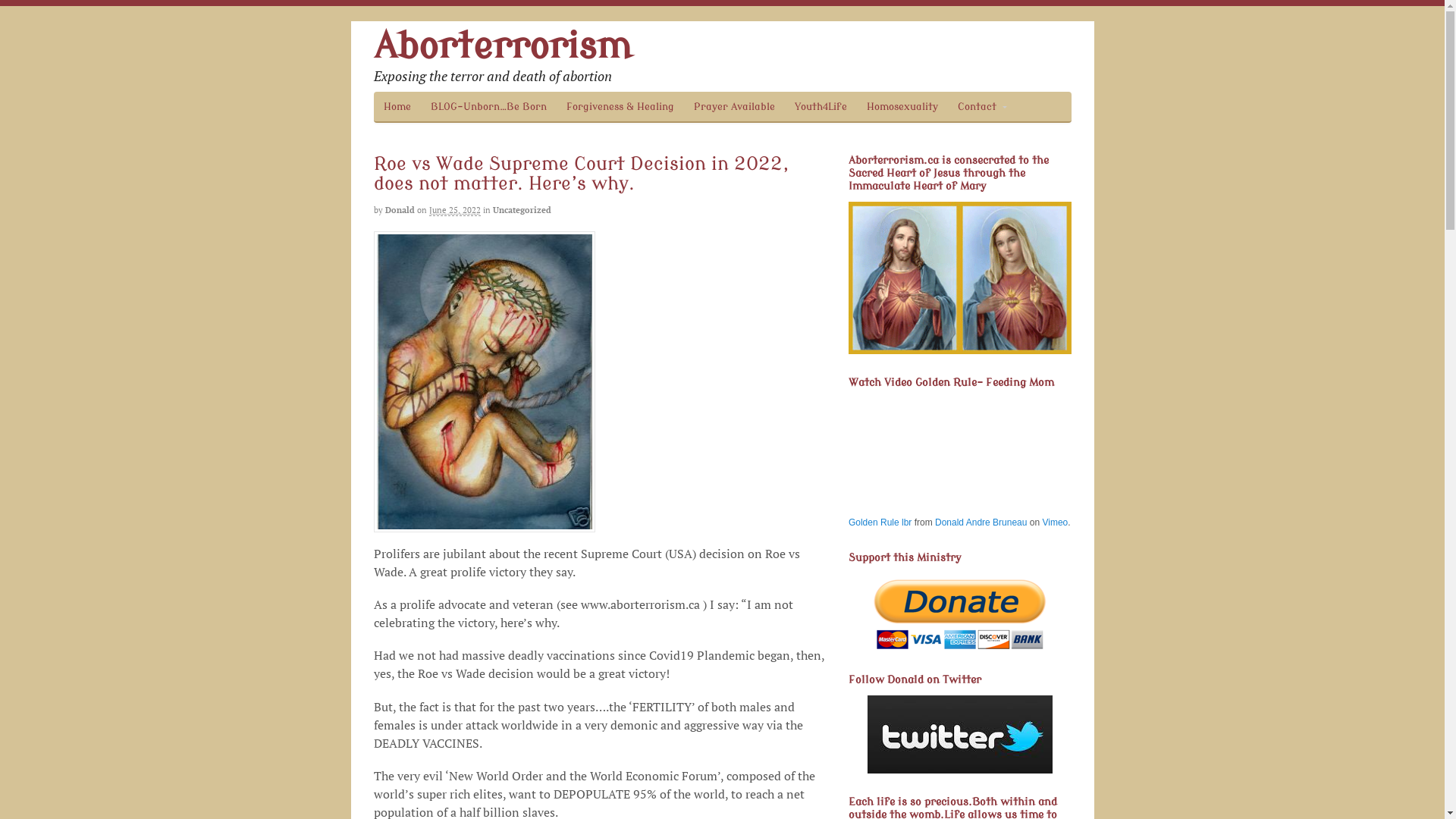  I want to click on 'Donald', so click(400, 210).